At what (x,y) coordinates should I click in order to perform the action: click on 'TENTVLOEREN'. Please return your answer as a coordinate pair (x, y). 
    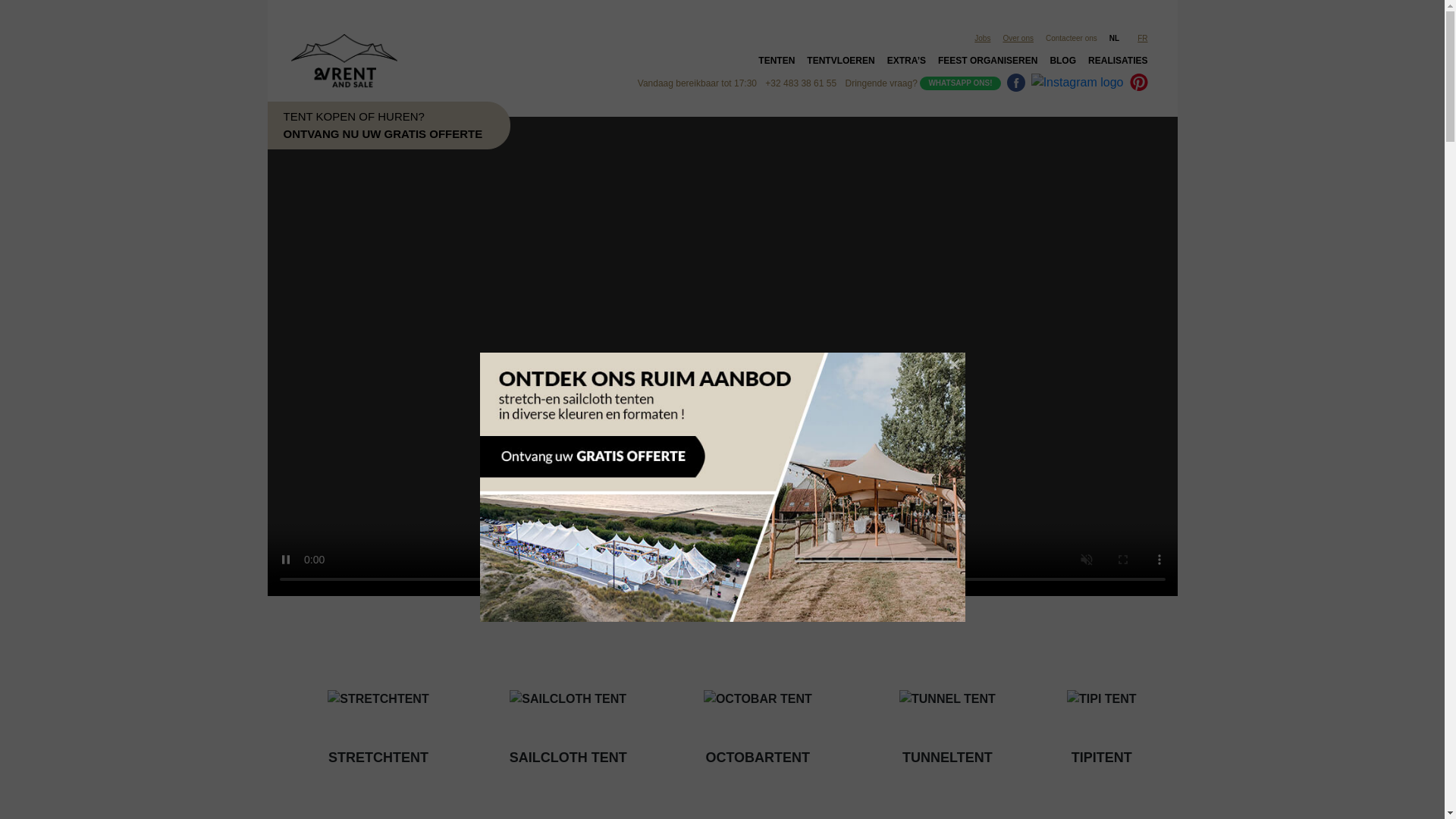
    Looking at the image, I should click on (800, 63).